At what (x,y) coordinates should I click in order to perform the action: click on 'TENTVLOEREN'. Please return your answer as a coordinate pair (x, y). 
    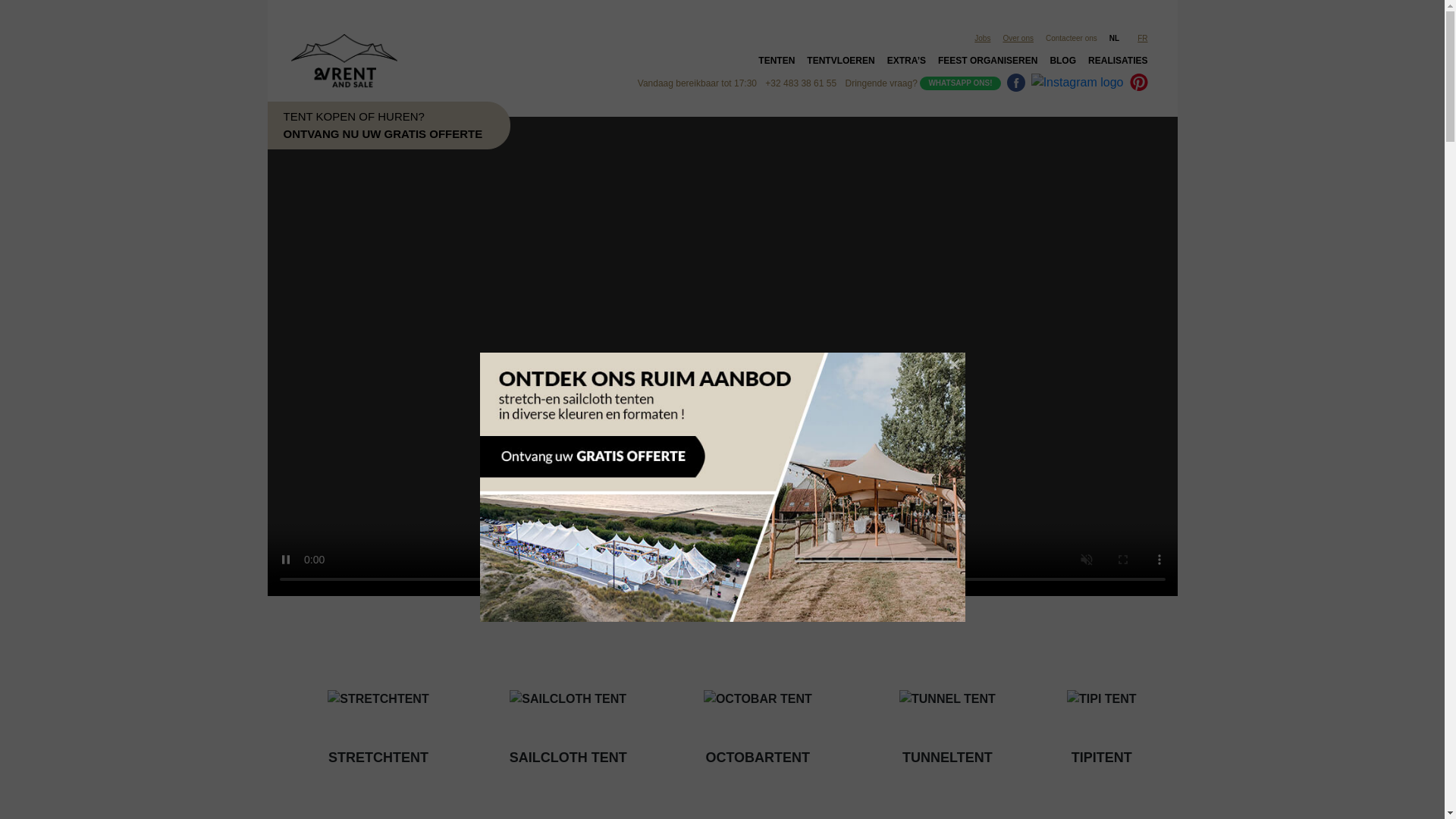
    Looking at the image, I should click on (800, 63).